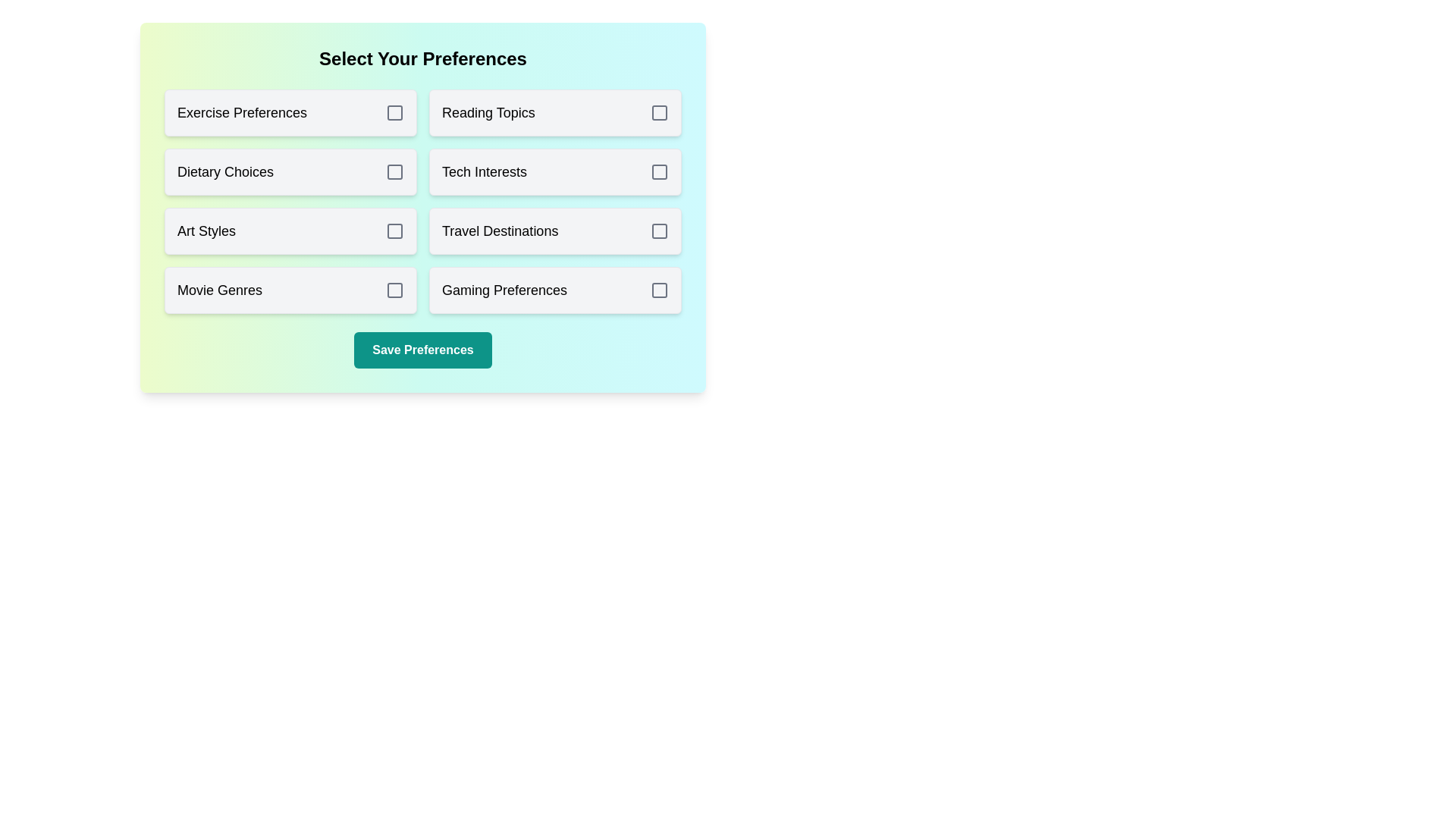 The image size is (1456, 819). Describe the element at coordinates (290, 171) in the screenshot. I see `the preference option Dietary Choices` at that location.